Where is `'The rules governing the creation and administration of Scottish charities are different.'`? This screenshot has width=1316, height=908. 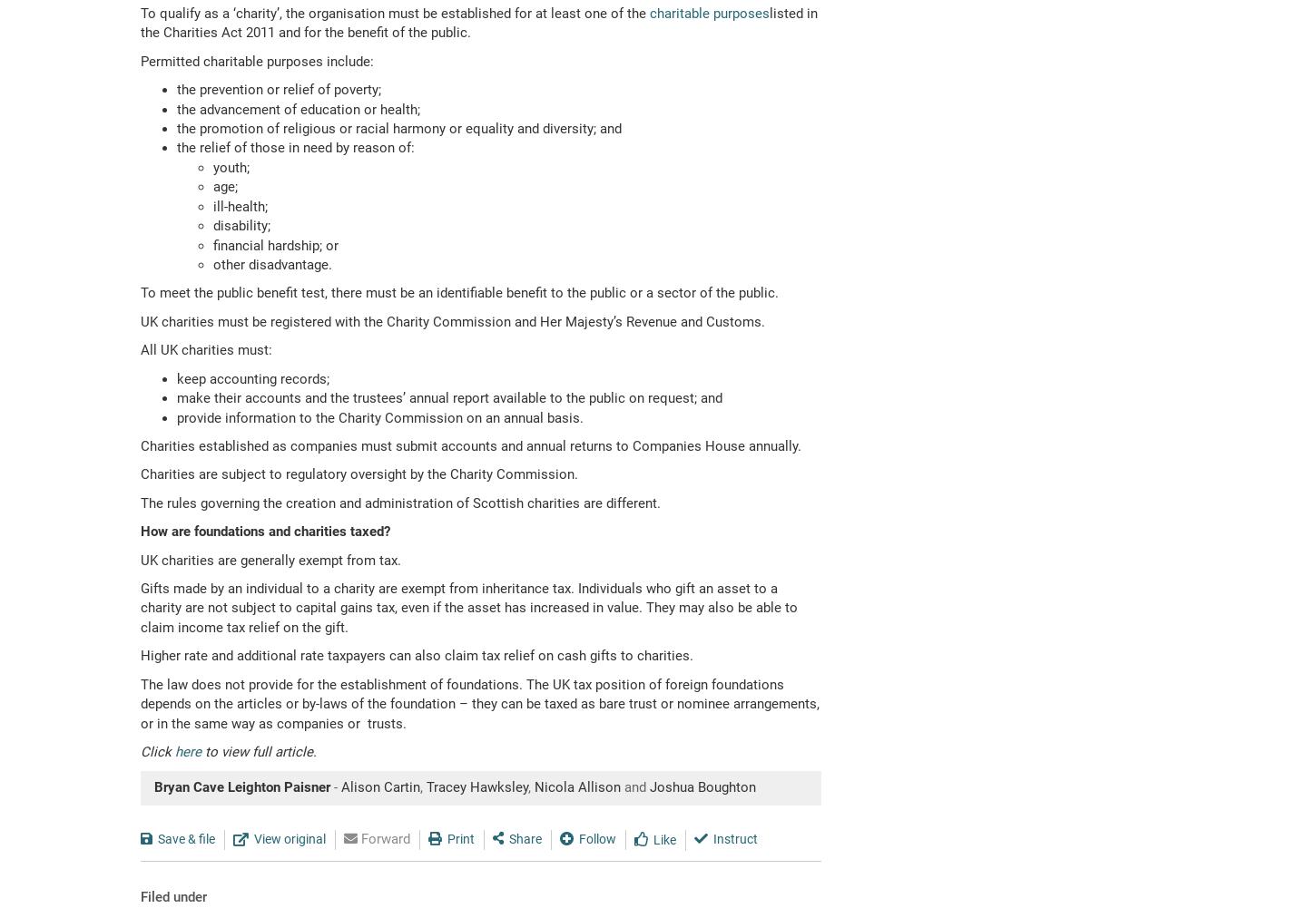 'The rules governing the creation and administration of Scottish charities are different.' is located at coordinates (399, 501).